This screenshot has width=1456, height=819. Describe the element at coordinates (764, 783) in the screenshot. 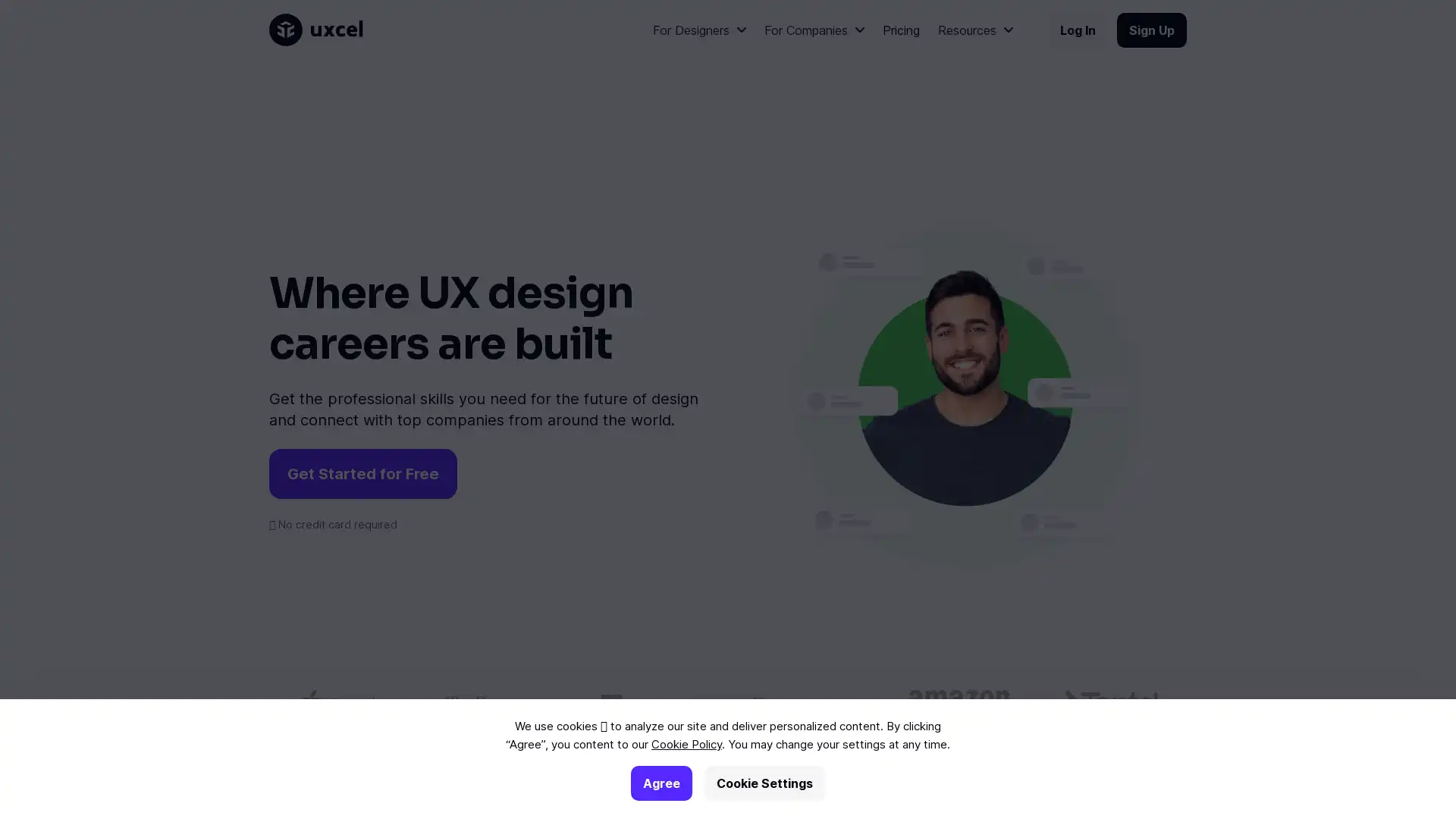

I see `Cookie Settings` at that location.